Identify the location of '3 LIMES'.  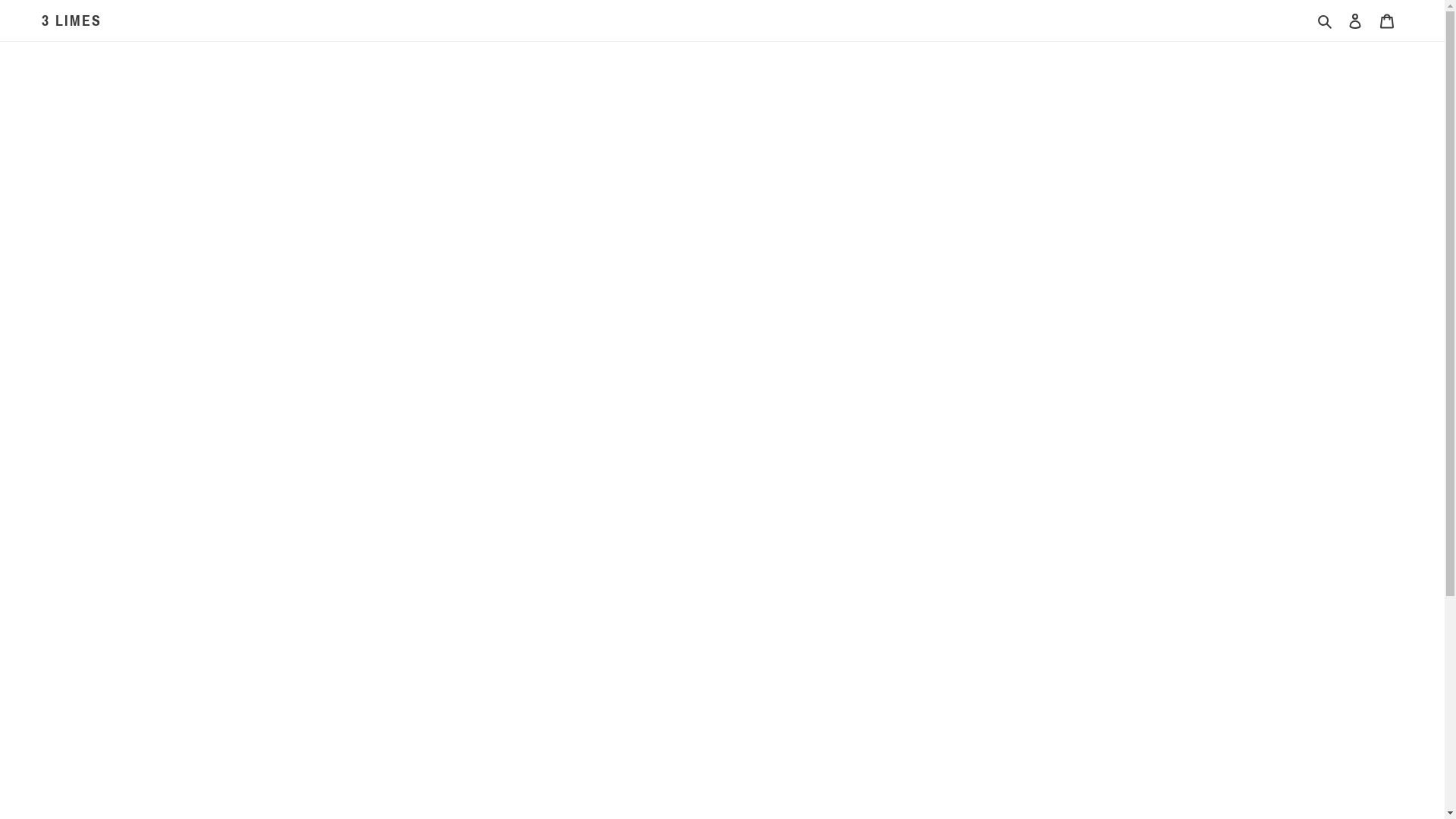
(71, 20).